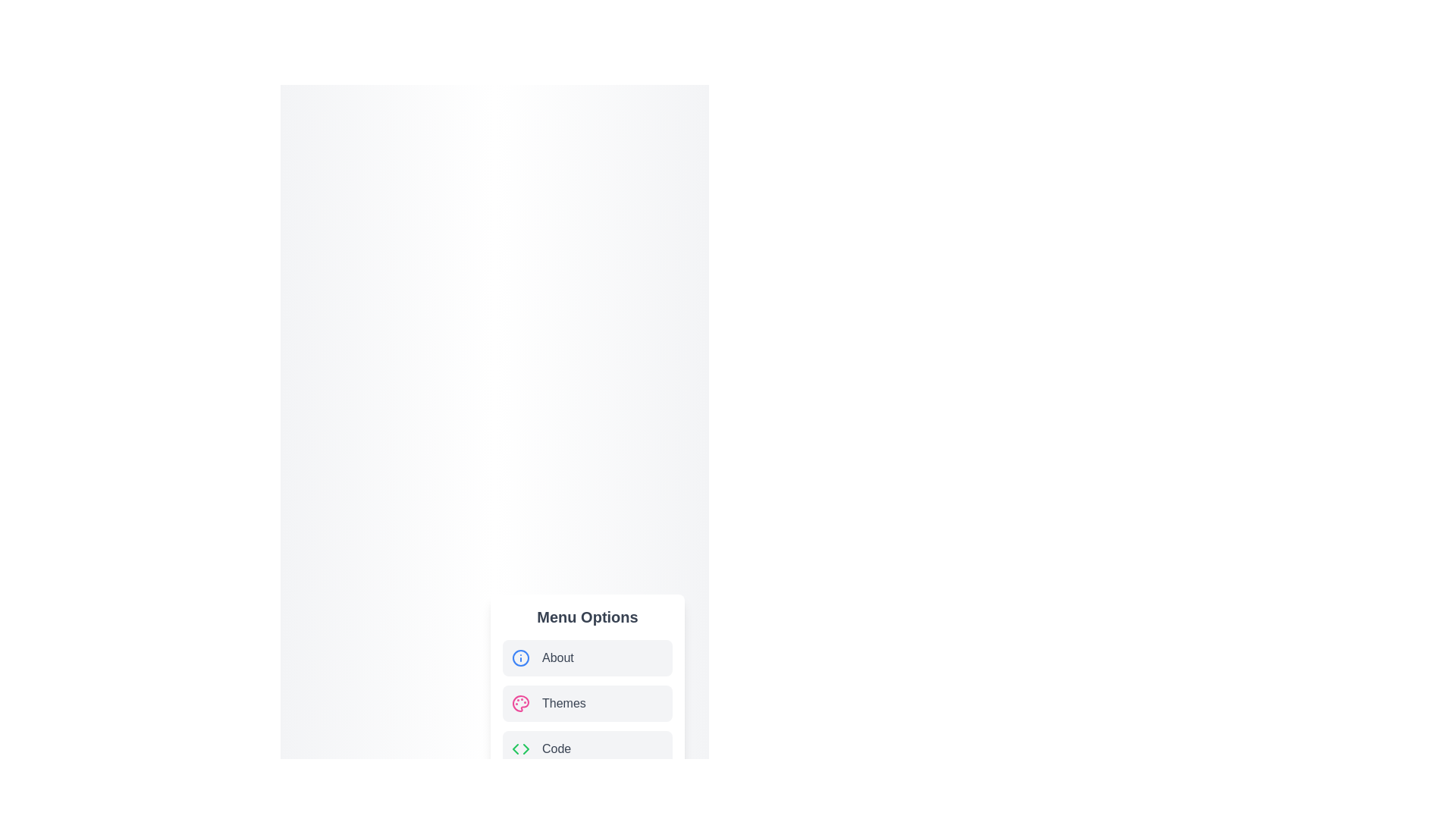  I want to click on text label displaying 'Code' in a bold grey font, which is the last option in a vertical menu layout with a grey background, so click(556, 748).